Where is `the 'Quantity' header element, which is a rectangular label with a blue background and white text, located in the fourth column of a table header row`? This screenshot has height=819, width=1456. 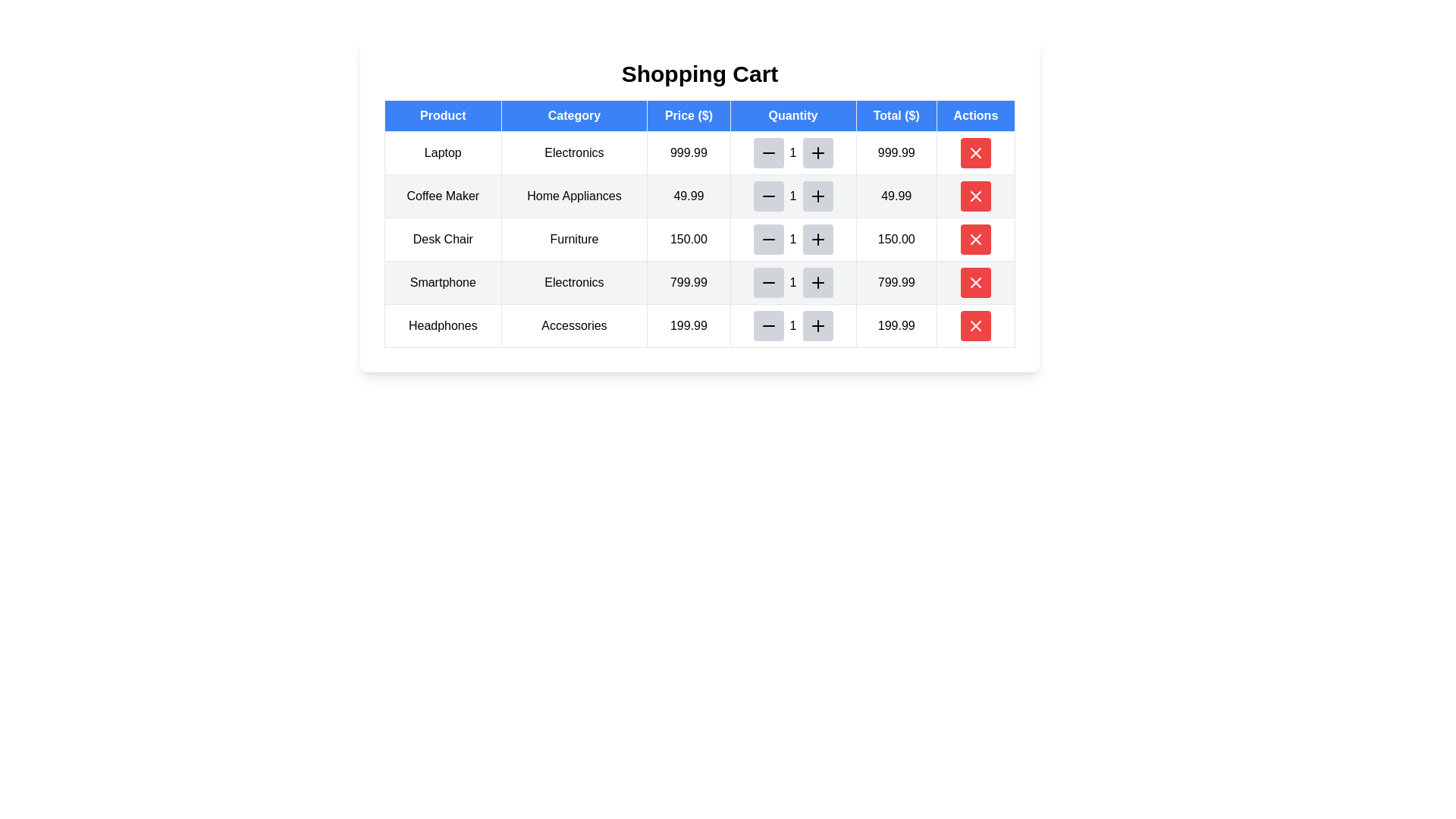 the 'Quantity' header element, which is a rectangular label with a blue background and white text, located in the fourth column of a table header row is located at coordinates (792, 115).